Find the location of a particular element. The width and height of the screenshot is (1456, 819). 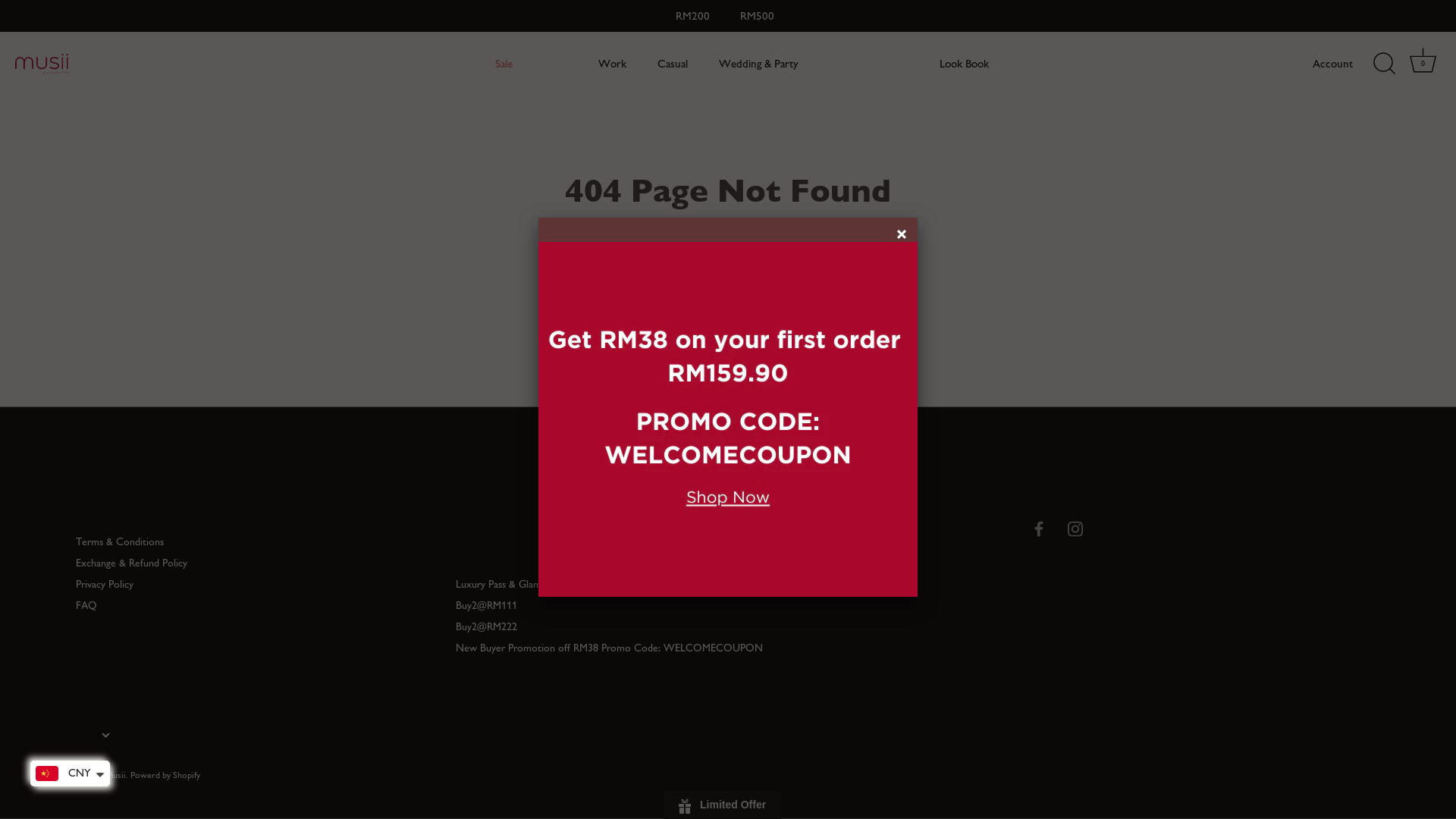

'Wedding & Party' is located at coordinates (758, 63).